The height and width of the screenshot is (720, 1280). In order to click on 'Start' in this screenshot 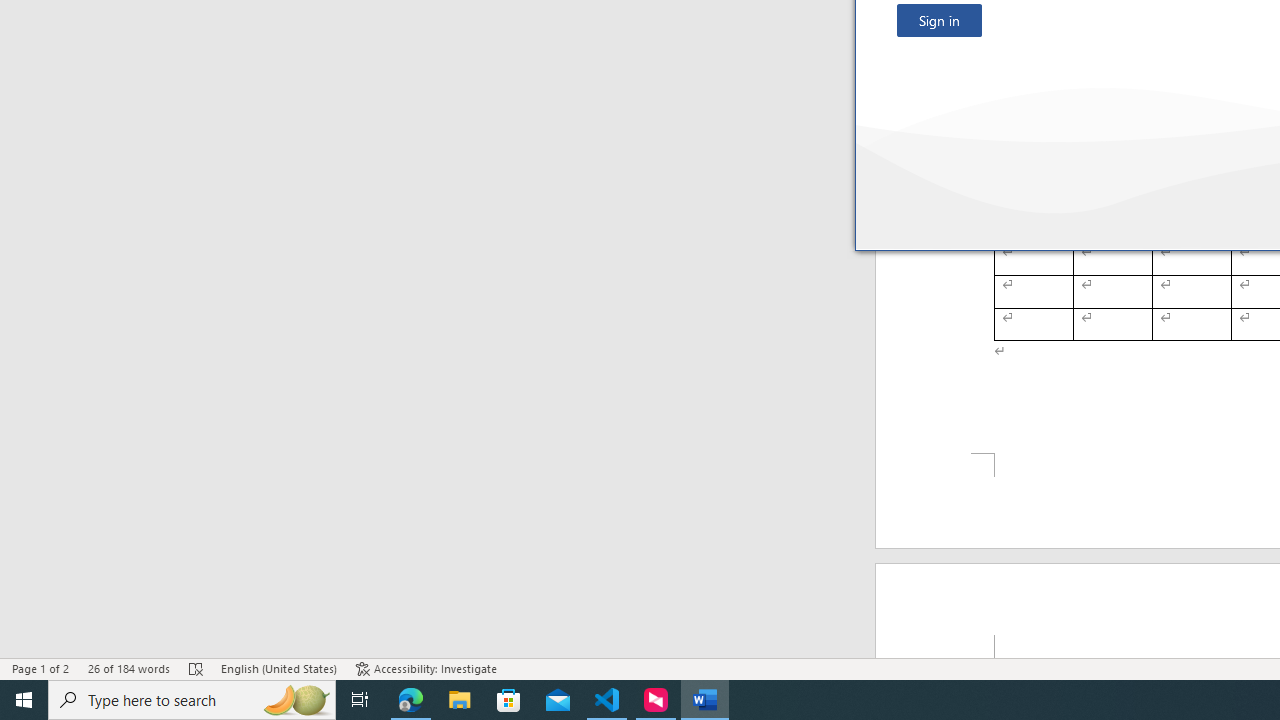, I will do `click(24, 698)`.